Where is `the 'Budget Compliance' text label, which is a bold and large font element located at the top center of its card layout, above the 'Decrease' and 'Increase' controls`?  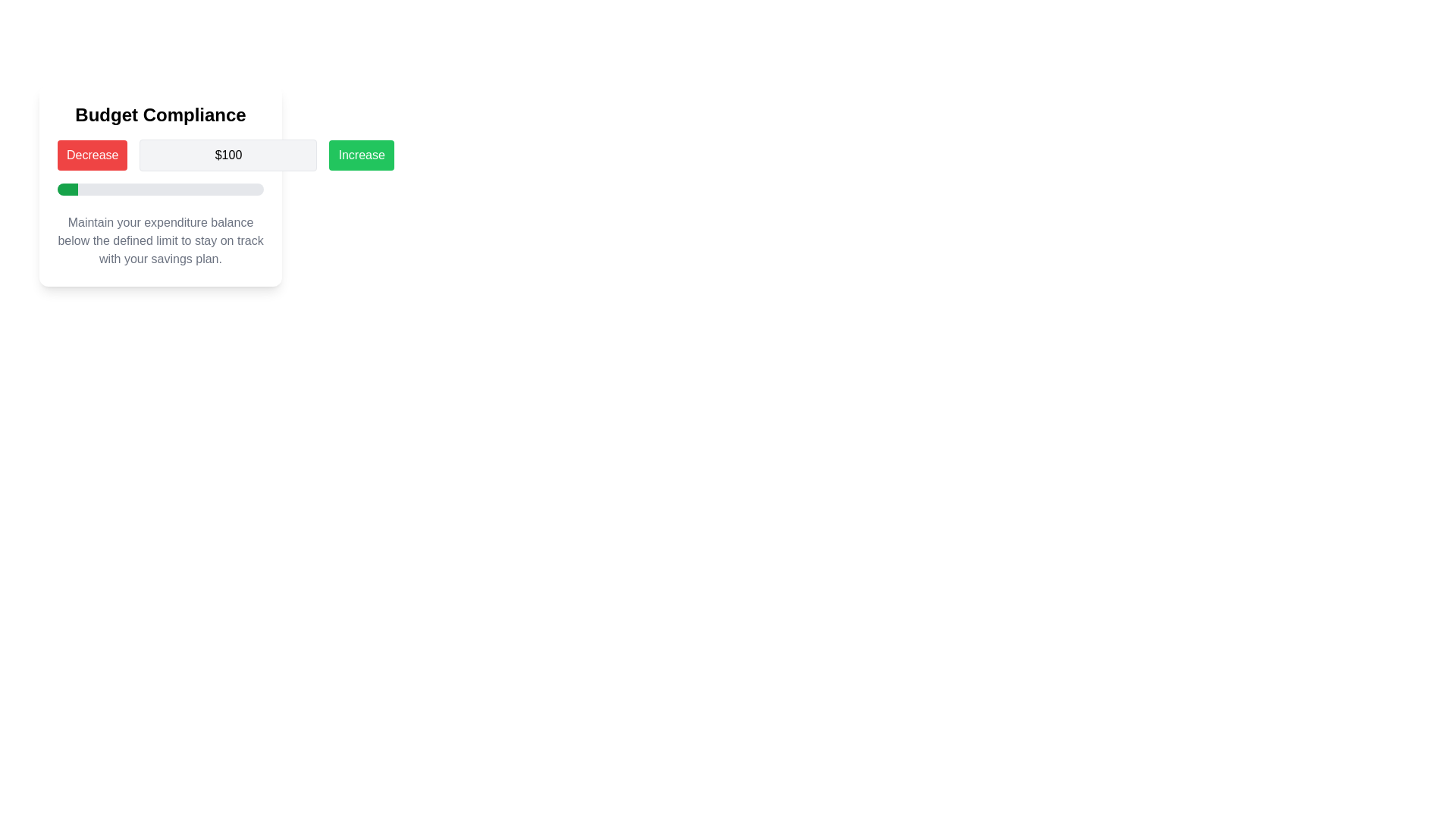
the 'Budget Compliance' text label, which is a bold and large font element located at the top center of its card layout, above the 'Decrease' and 'Increase' controls is located at coordinates (160, 114).